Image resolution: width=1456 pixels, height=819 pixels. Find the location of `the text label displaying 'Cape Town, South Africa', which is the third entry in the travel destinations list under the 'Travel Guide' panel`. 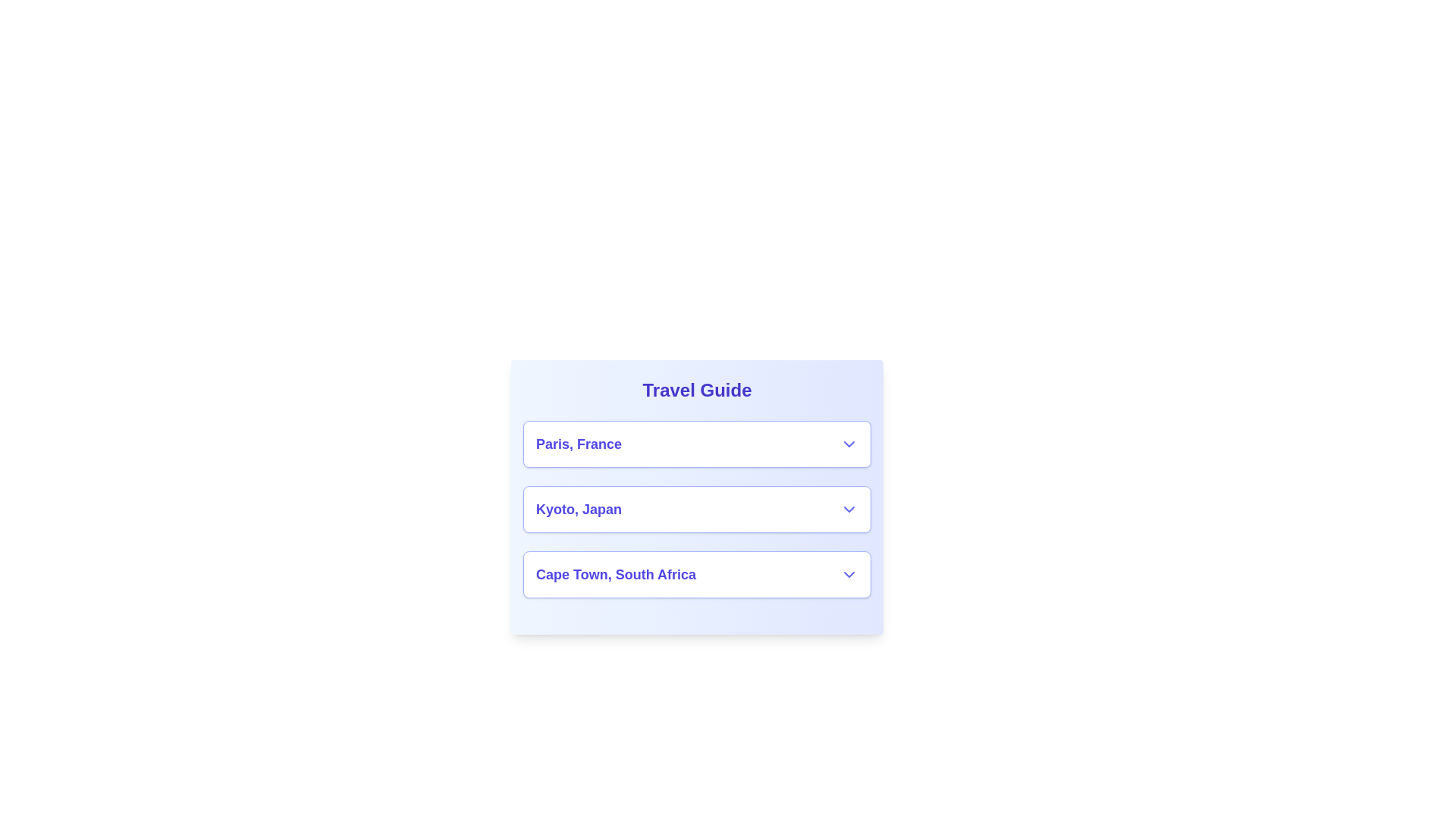

the text label displaying 'Cape Town, South Africa', which is the third entry in the travel destinations list under the 'Travel Guide' panel is located at coordinates (616, 575).